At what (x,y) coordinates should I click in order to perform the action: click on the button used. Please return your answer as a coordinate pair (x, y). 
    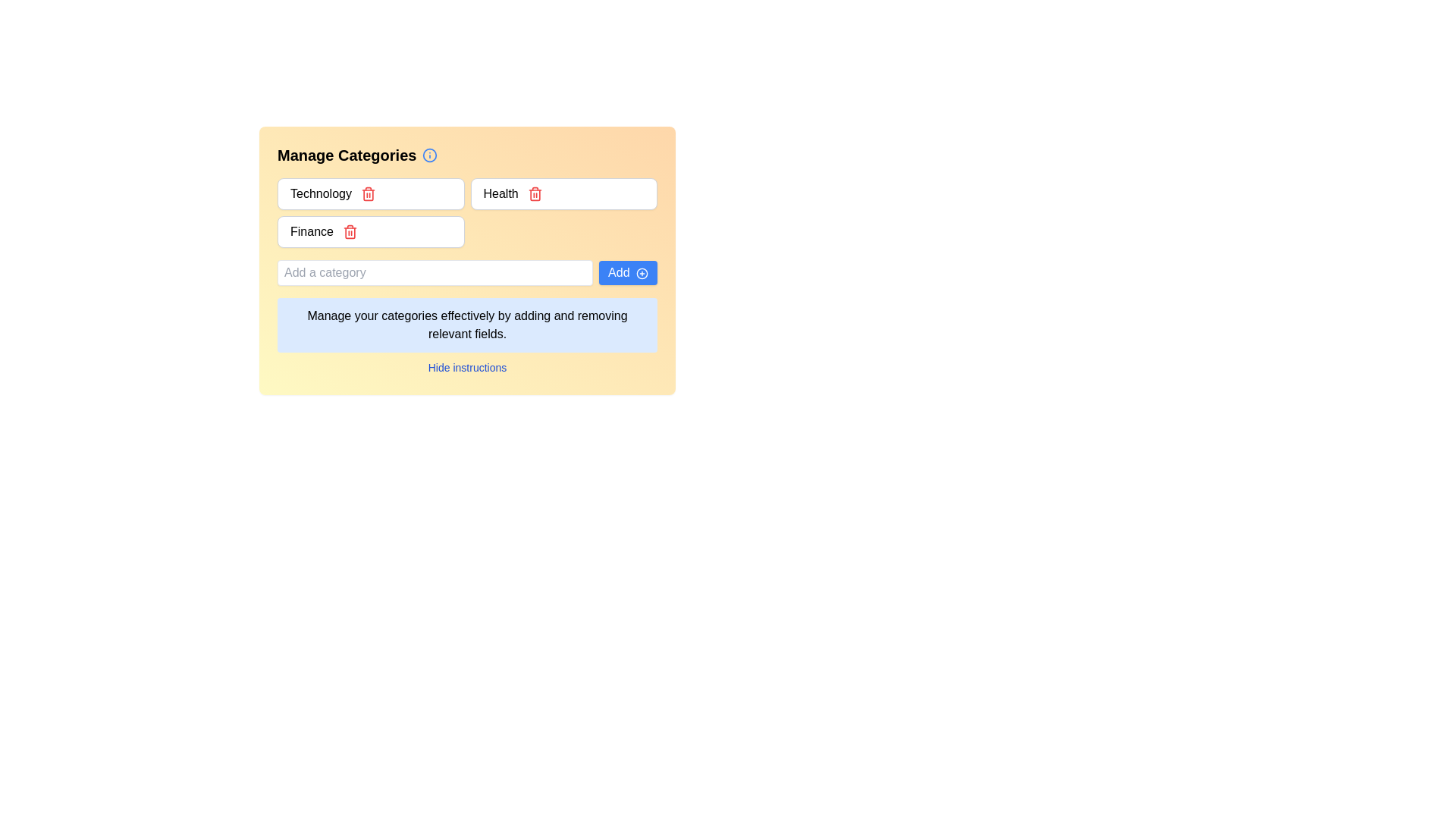
    Looking at the image, I should click on (628, 271).